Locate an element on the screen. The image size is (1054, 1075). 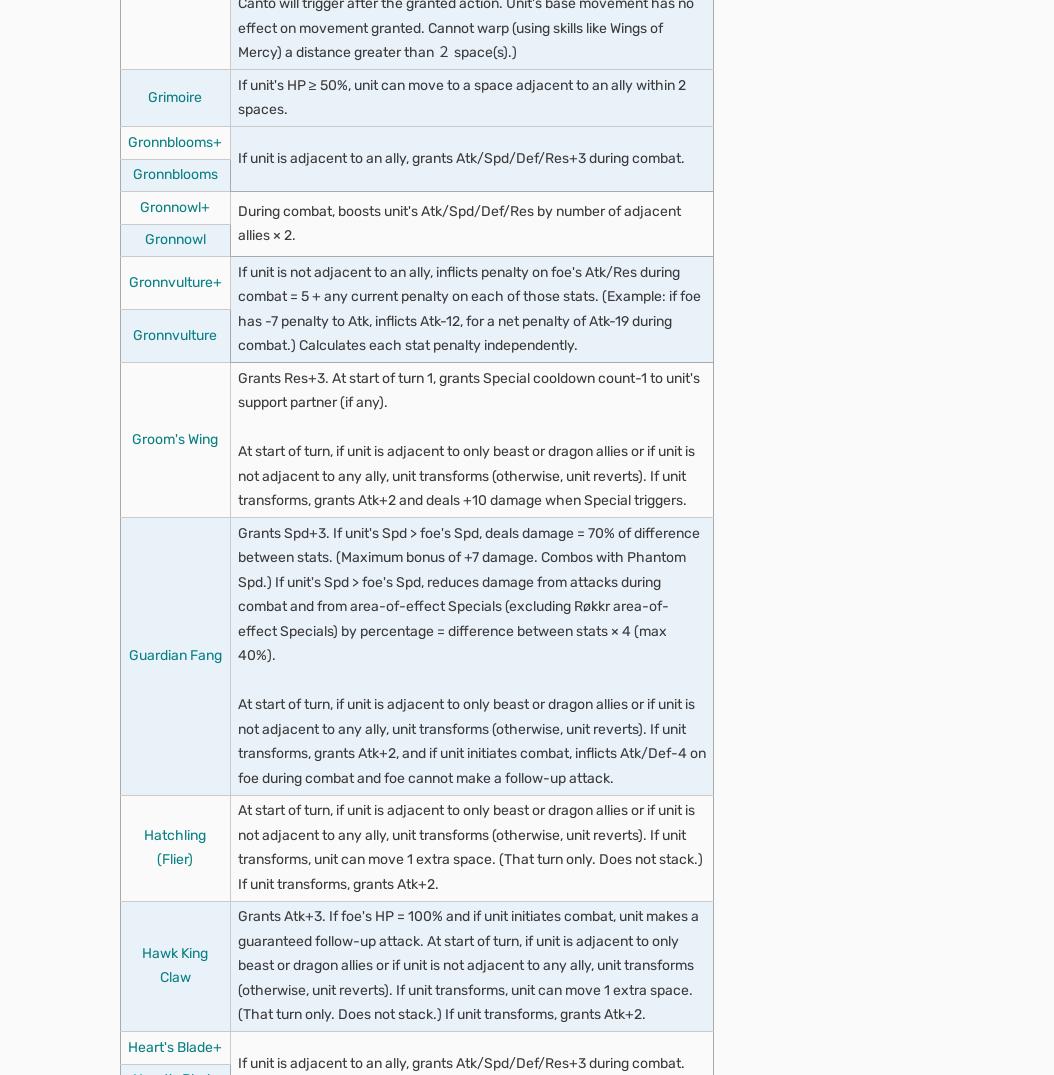
'Advertise' is located at coordinates (83, 488).